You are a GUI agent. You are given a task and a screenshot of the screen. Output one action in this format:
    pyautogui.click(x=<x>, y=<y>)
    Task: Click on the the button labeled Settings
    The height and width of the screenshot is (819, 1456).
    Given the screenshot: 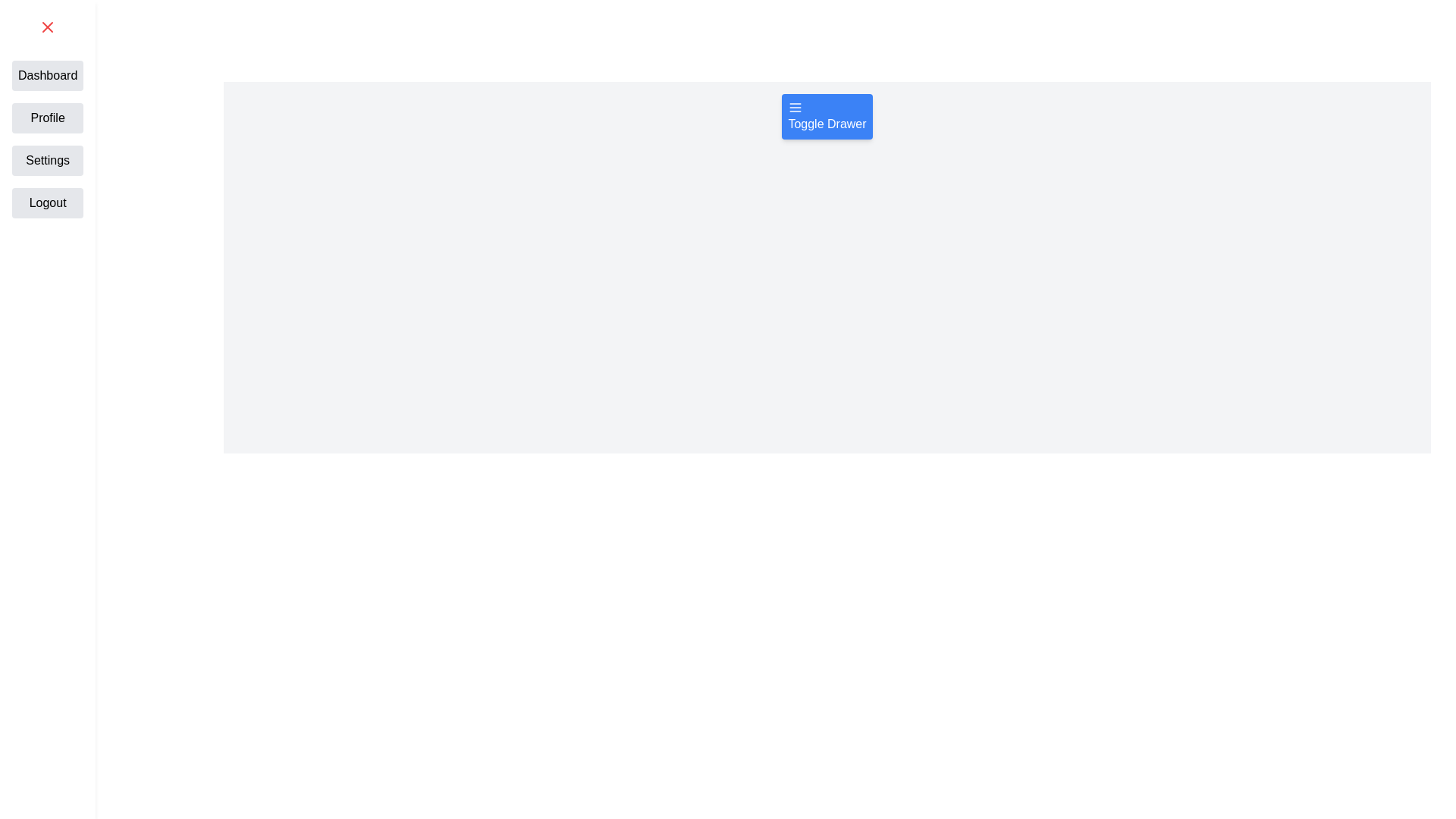 What is the action you would take?
    pyautogui.click(x=47, y=161)
    